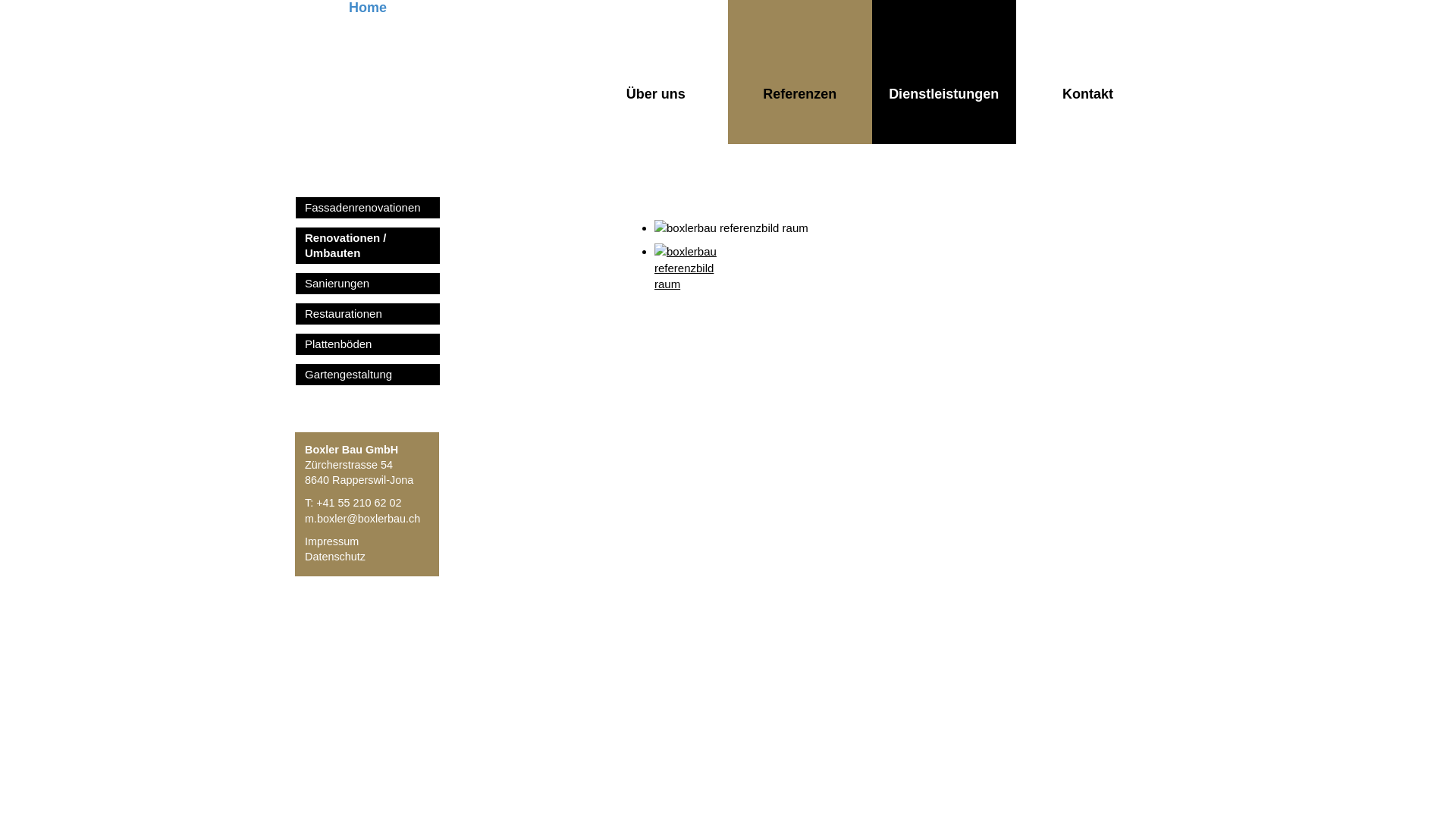  Describe the element at coordinates (799, 72) in the screenshot. I see `'Referenzen'` at that location.